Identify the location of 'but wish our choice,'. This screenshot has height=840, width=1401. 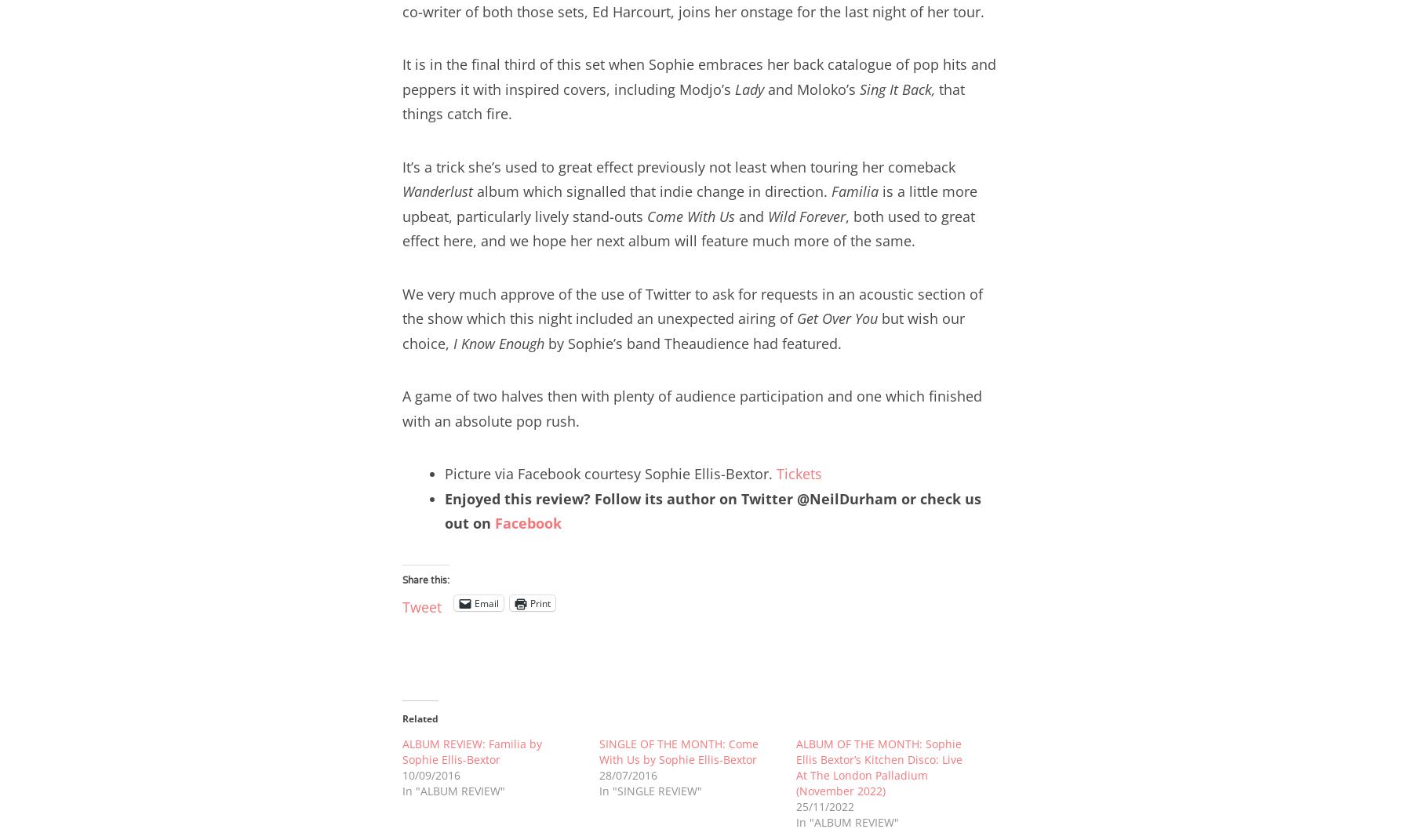
(682, 330).